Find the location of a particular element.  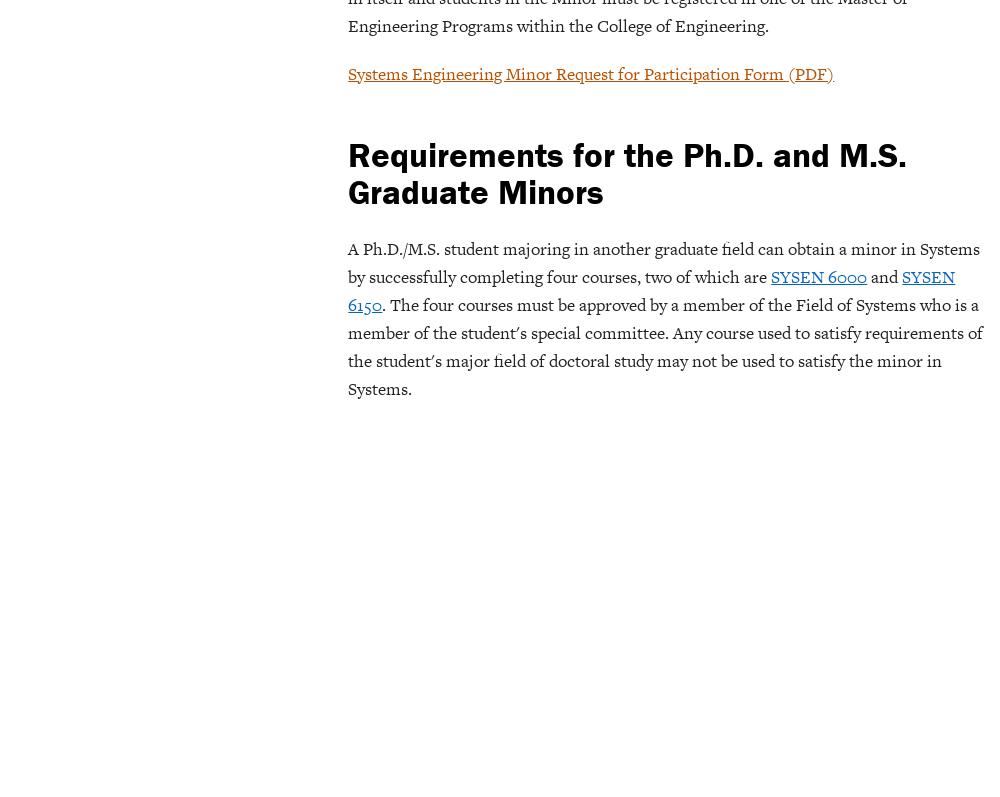

'Copyright © 2023 Cornell University' is located at coordinates (878, 30).